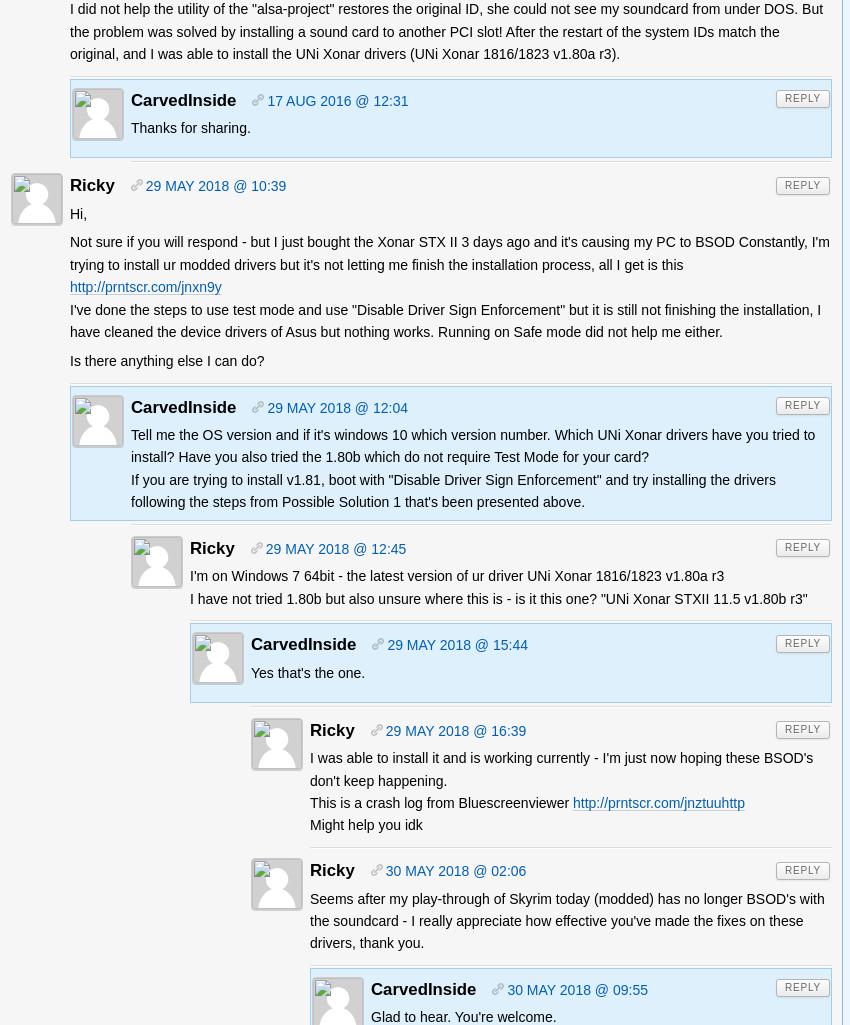 The height and width of the screenshot is (1025, 850). I want to click on 'Tell me the OS version and if it's windows 10 which version number. Which UNi Xonar drivers have you tried to install? Have you also tried the 1.80b which do not require Test Mode for your card?', so click(473, 444).